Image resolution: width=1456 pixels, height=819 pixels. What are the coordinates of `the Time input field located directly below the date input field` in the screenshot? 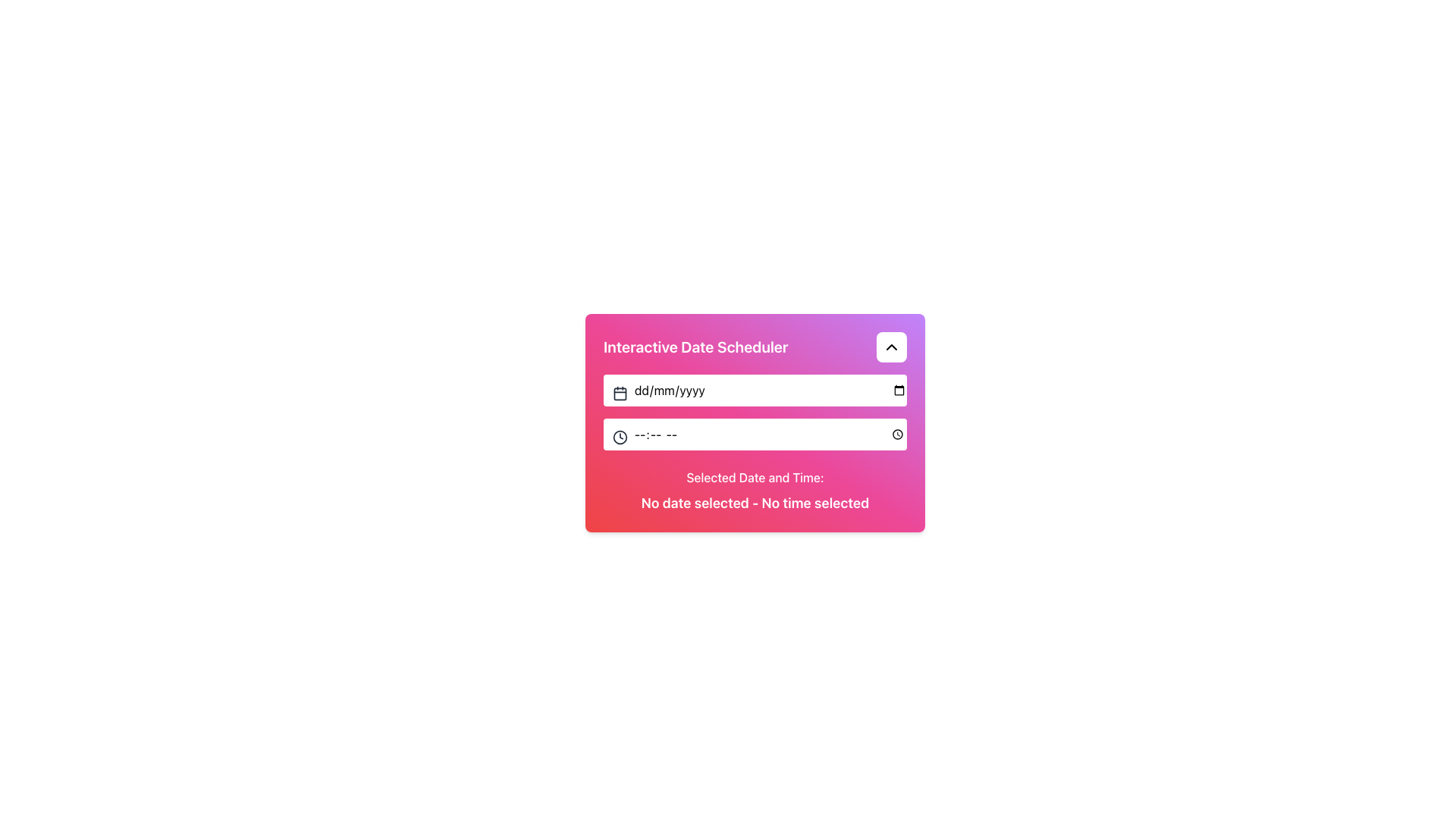 It's located at (755, 435).